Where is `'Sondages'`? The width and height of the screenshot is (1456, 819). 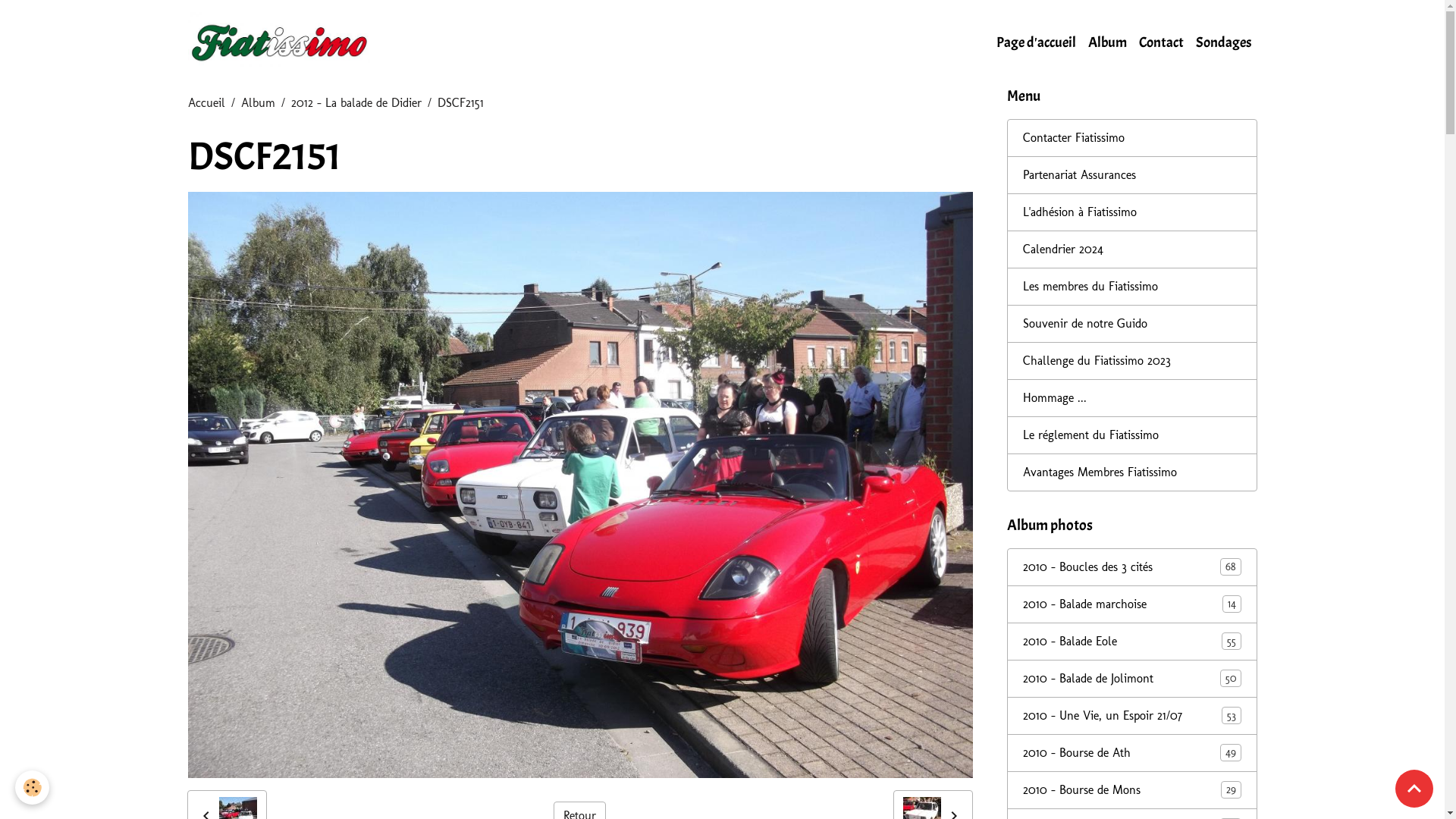 'Sondages' is located at coordinates (1188, 42).